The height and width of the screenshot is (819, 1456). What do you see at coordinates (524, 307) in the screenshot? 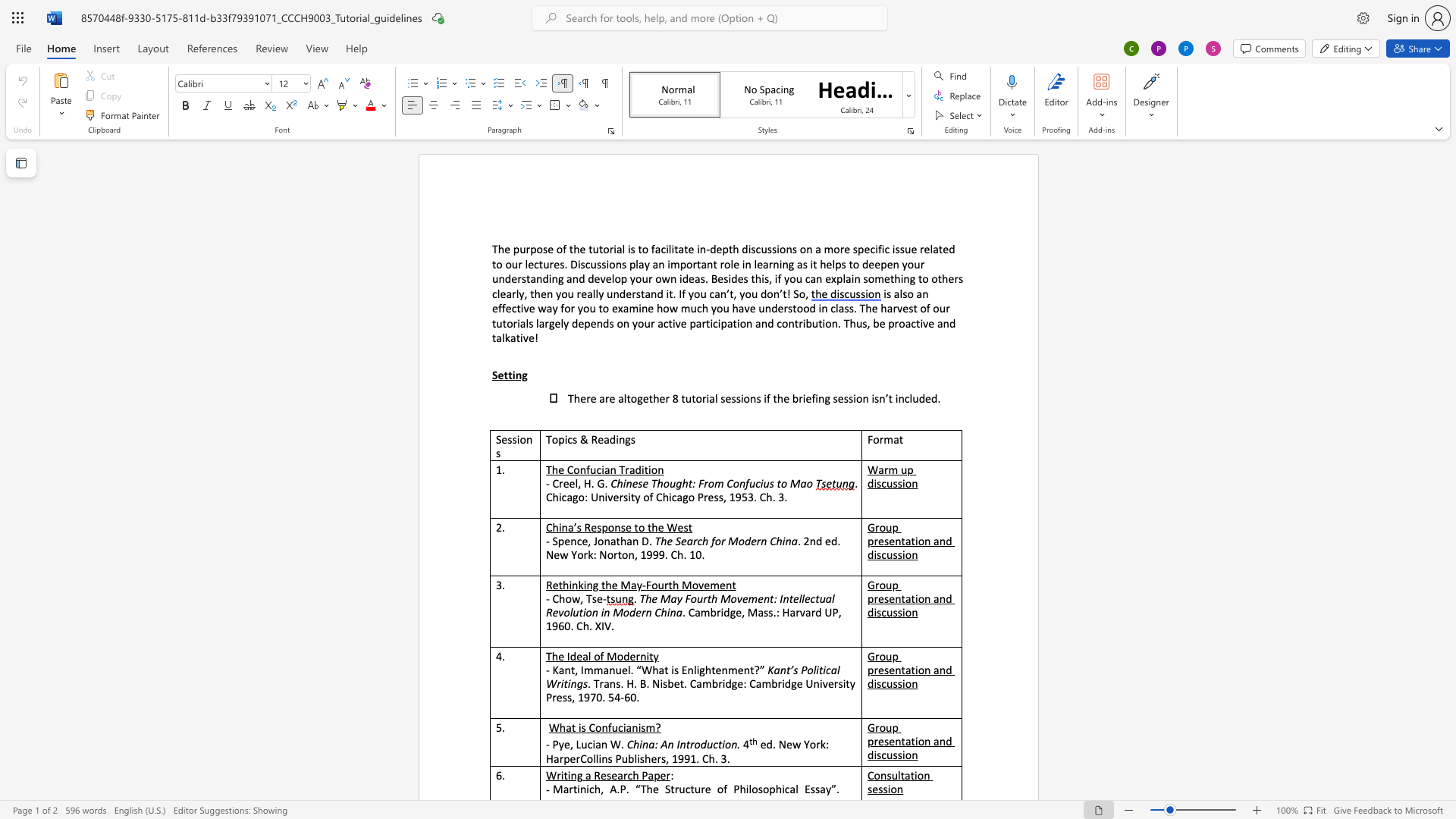
I see `the space between the continuous character "i" and "v" in the text` at bounding box center [524, 307].